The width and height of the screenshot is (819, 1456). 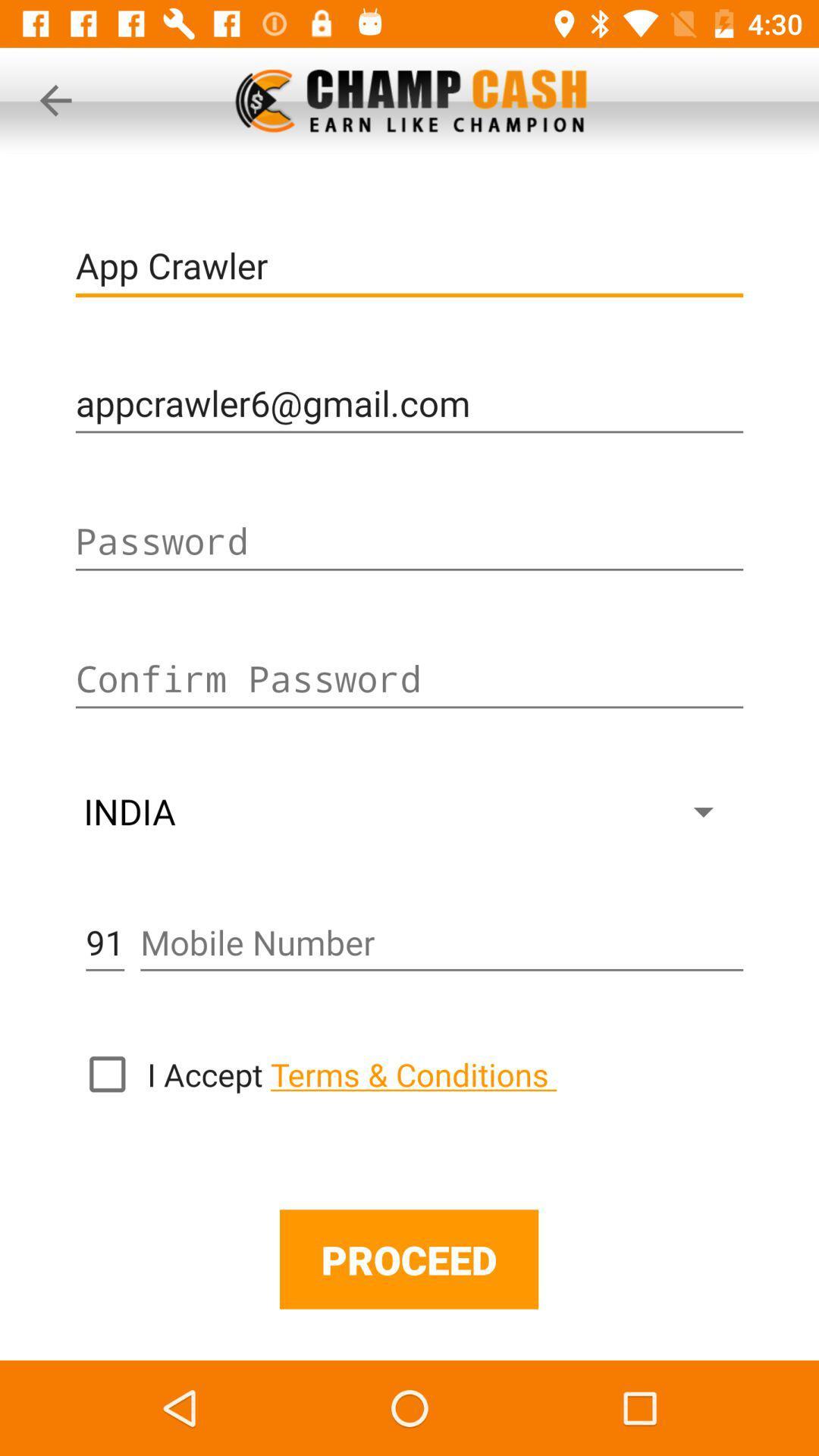 I want to click on term acceptance, so click(x=106, y=1073).